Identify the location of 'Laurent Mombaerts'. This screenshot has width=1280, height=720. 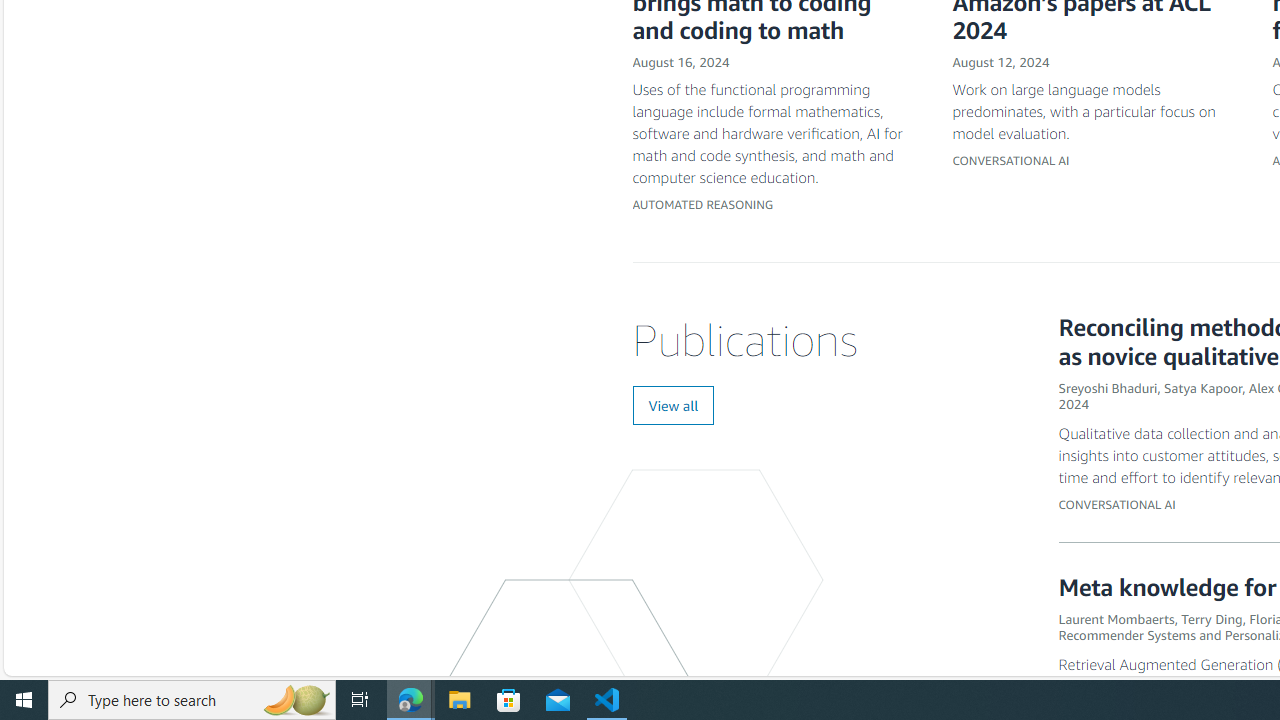
(1115, 617).